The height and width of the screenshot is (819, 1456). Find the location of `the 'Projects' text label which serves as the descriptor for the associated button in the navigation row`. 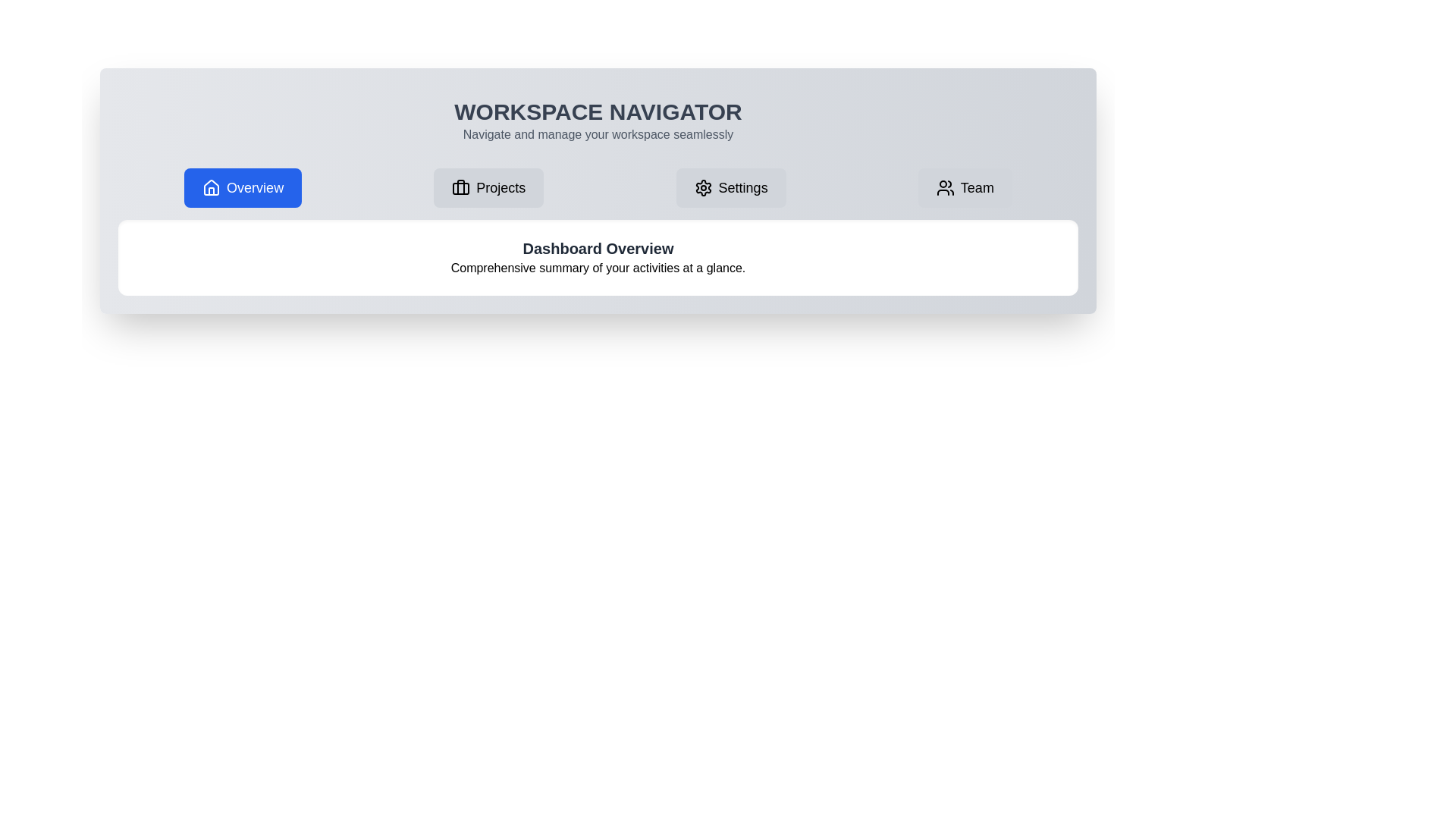

the 'Projects' text label which serves as the descriptor for the associated button in the navigation row is located at coordinates (500, 187).